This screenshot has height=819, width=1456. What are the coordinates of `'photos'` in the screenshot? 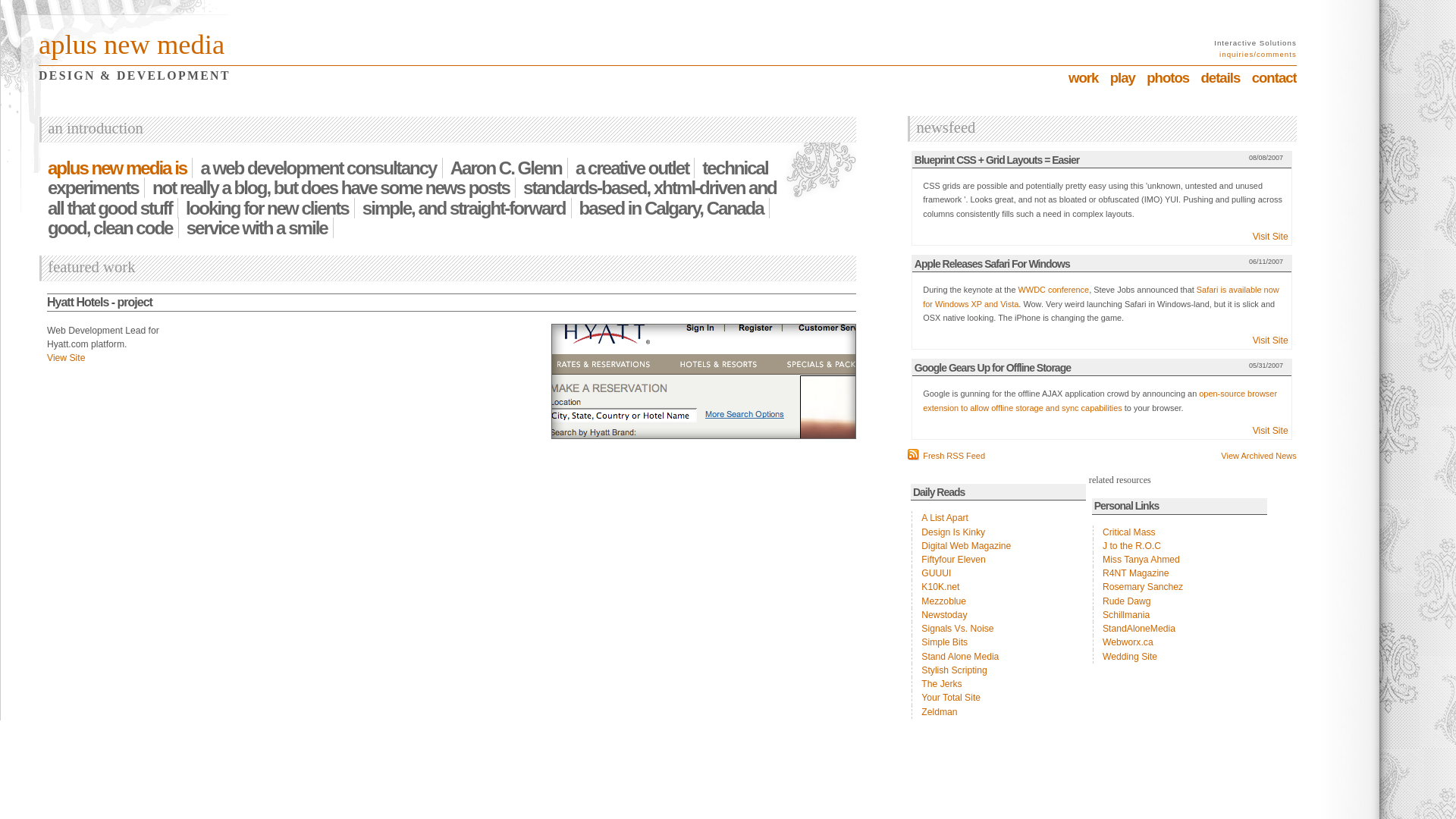 It's located at (1147, 77).